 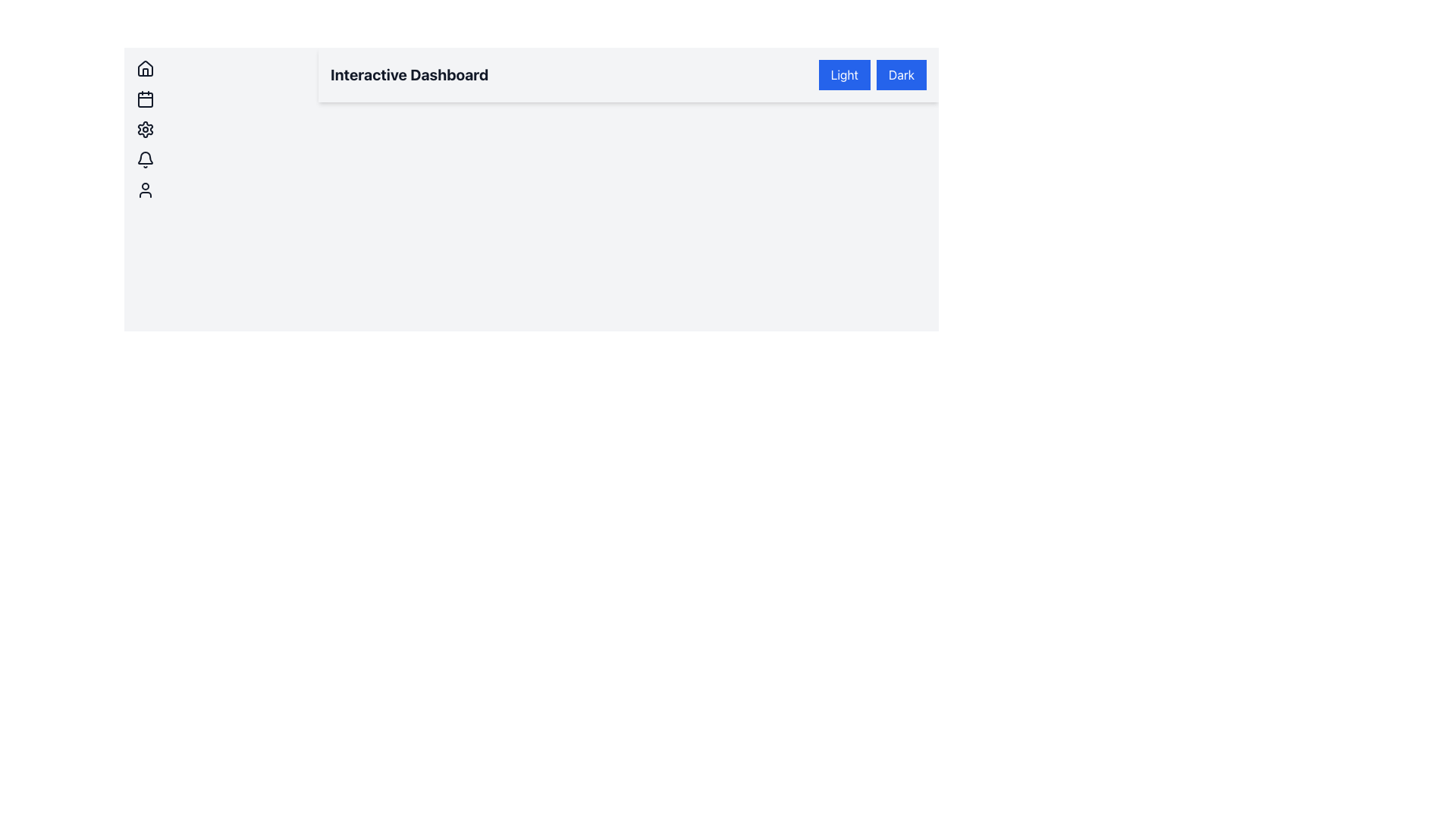 I want to click on the 'Dark' button using tab navigation, so click(x=902, y=75).